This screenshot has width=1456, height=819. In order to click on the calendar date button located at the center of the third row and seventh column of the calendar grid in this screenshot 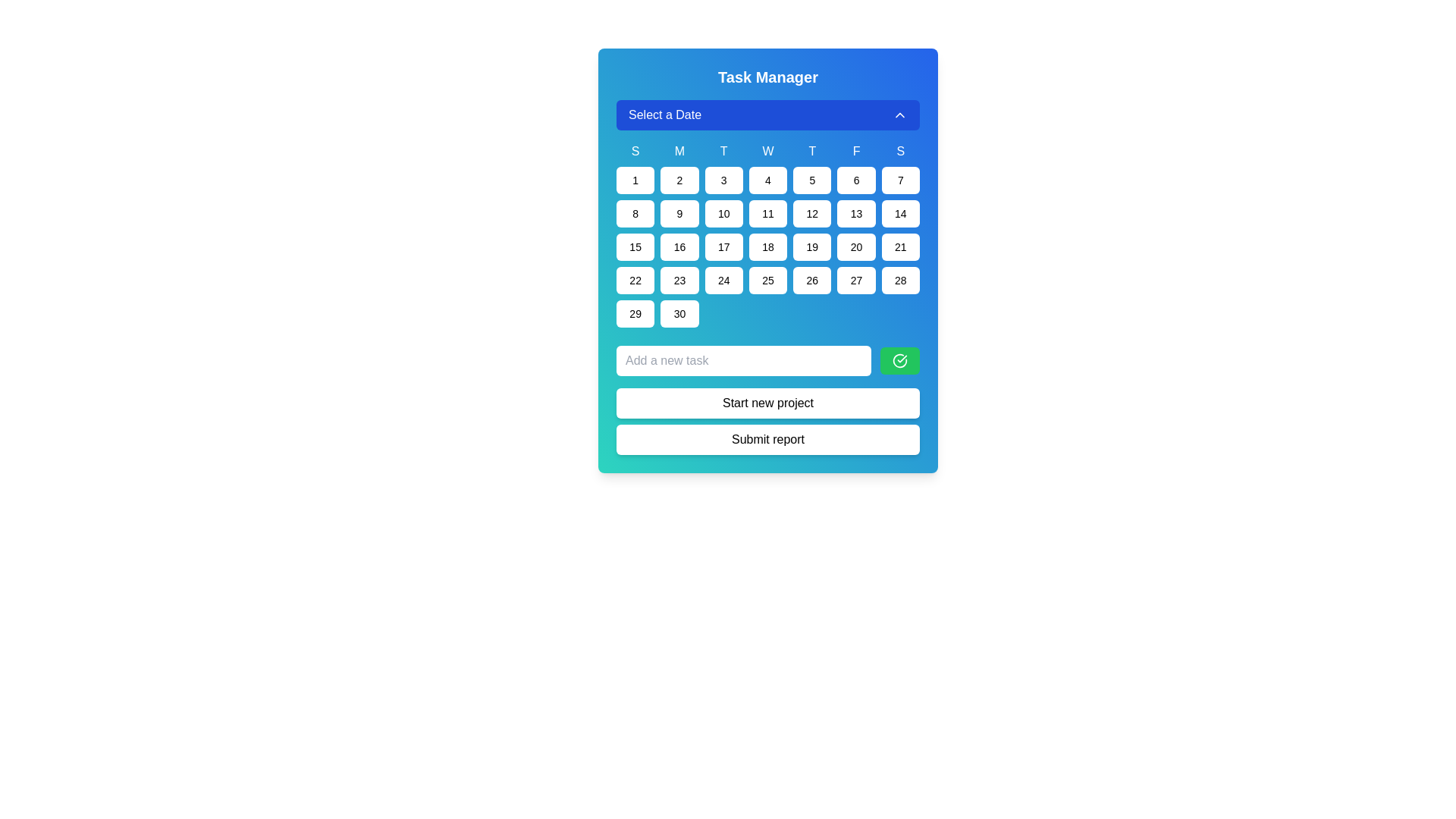, I will do `click(900, 213)`.